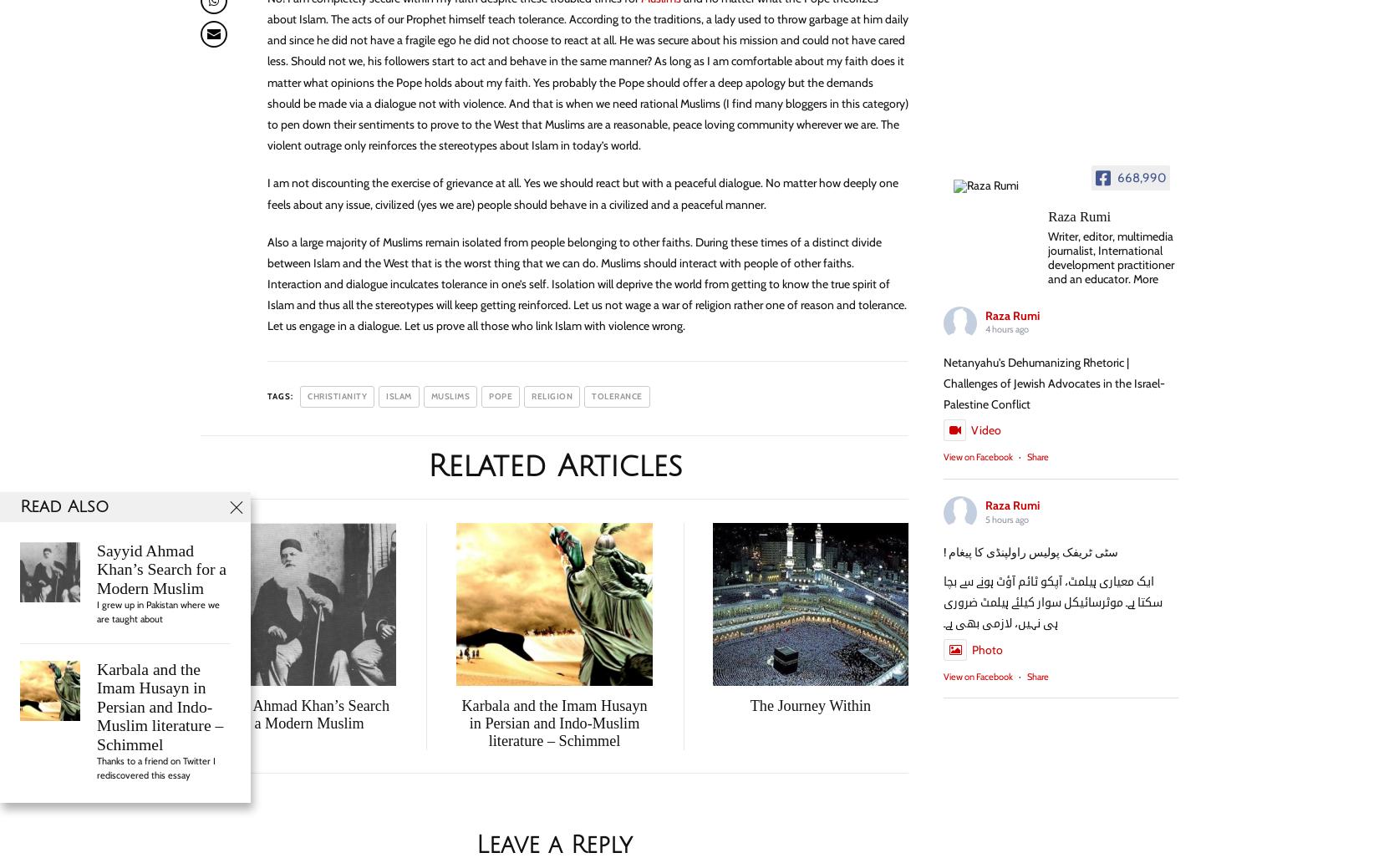  Describe the element at coordinates (591, 394) in the screenshot. I see `'tolerance'` at that location.